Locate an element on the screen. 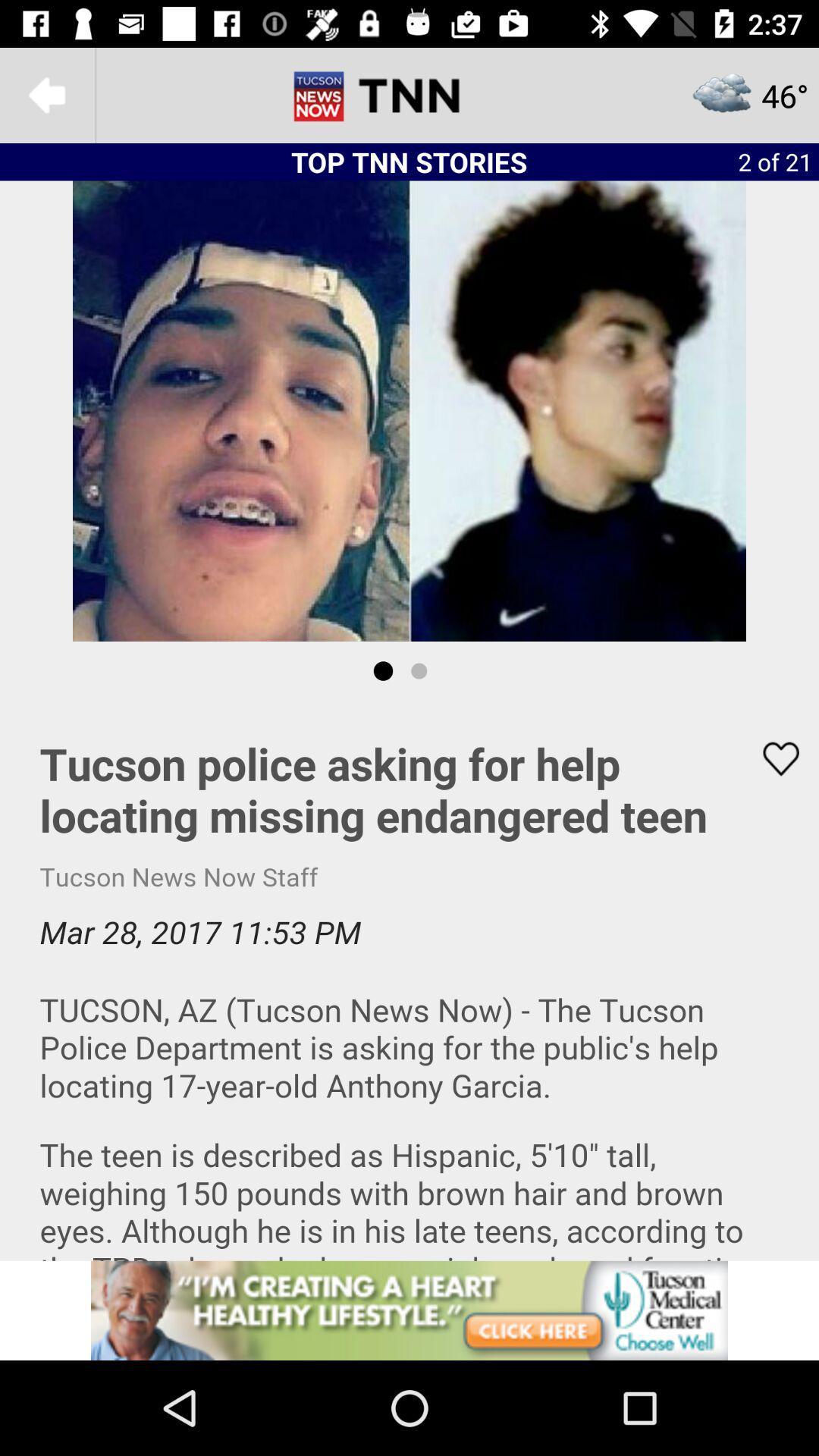  home page is located at coordinates (409, 94).